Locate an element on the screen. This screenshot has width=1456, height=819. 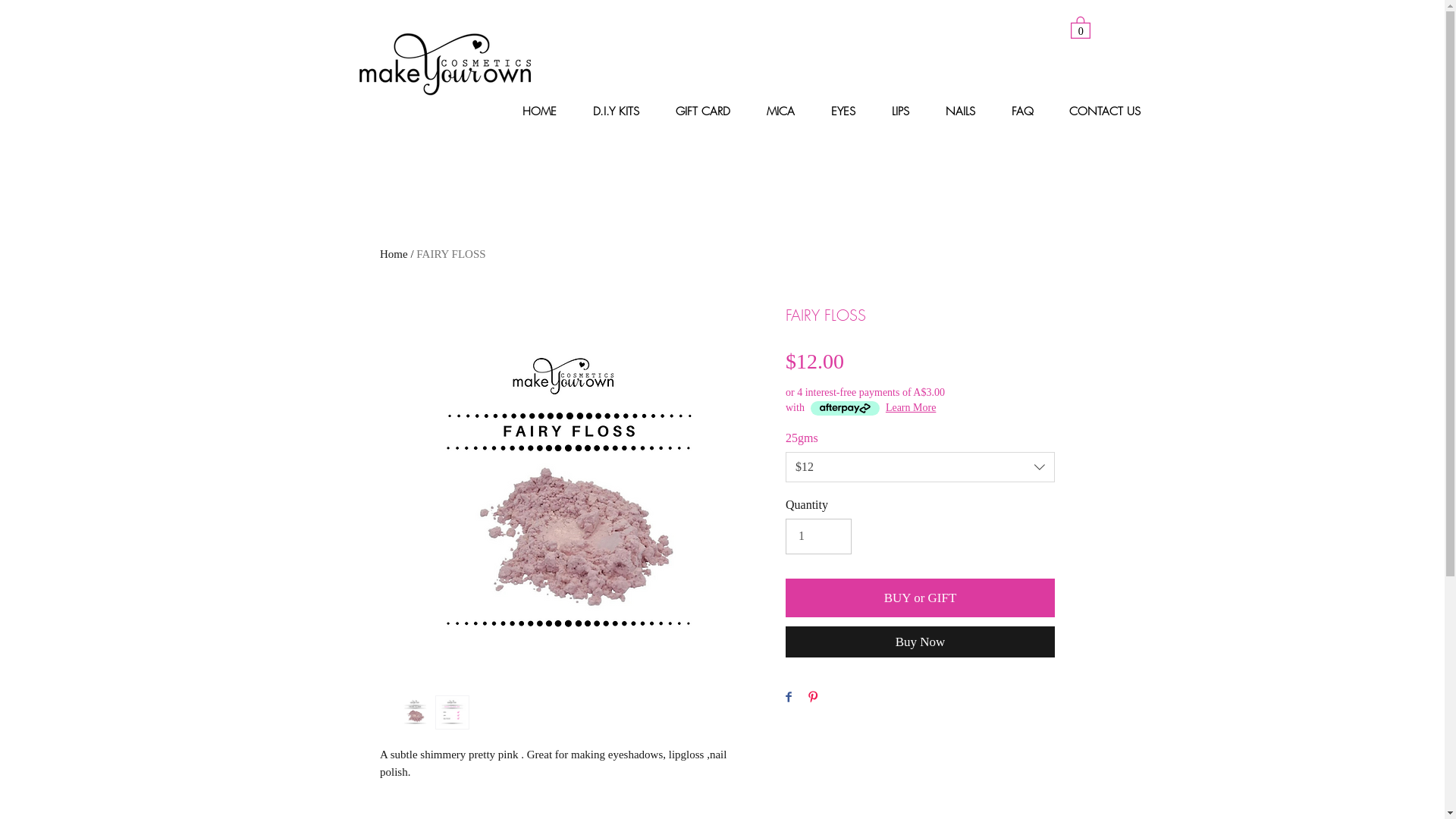
'FAIRY FLOSS' is located at coordinates (416, 253).